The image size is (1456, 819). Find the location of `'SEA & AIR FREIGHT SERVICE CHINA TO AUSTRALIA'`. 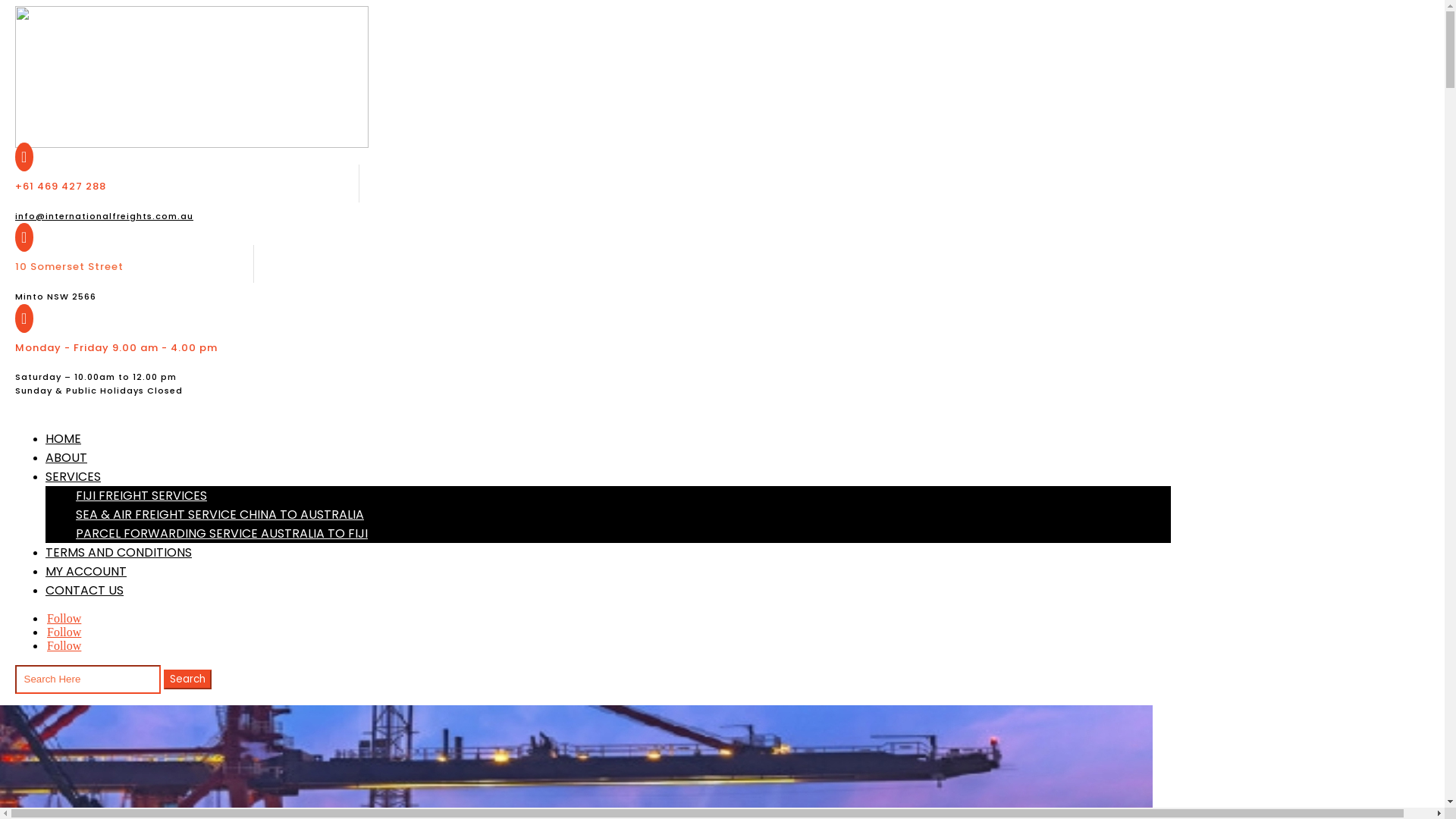

'SEA & AIR FREIGHT SERVICE CHINA TO AUSTRALIA' is located at coordinates (218, 513).